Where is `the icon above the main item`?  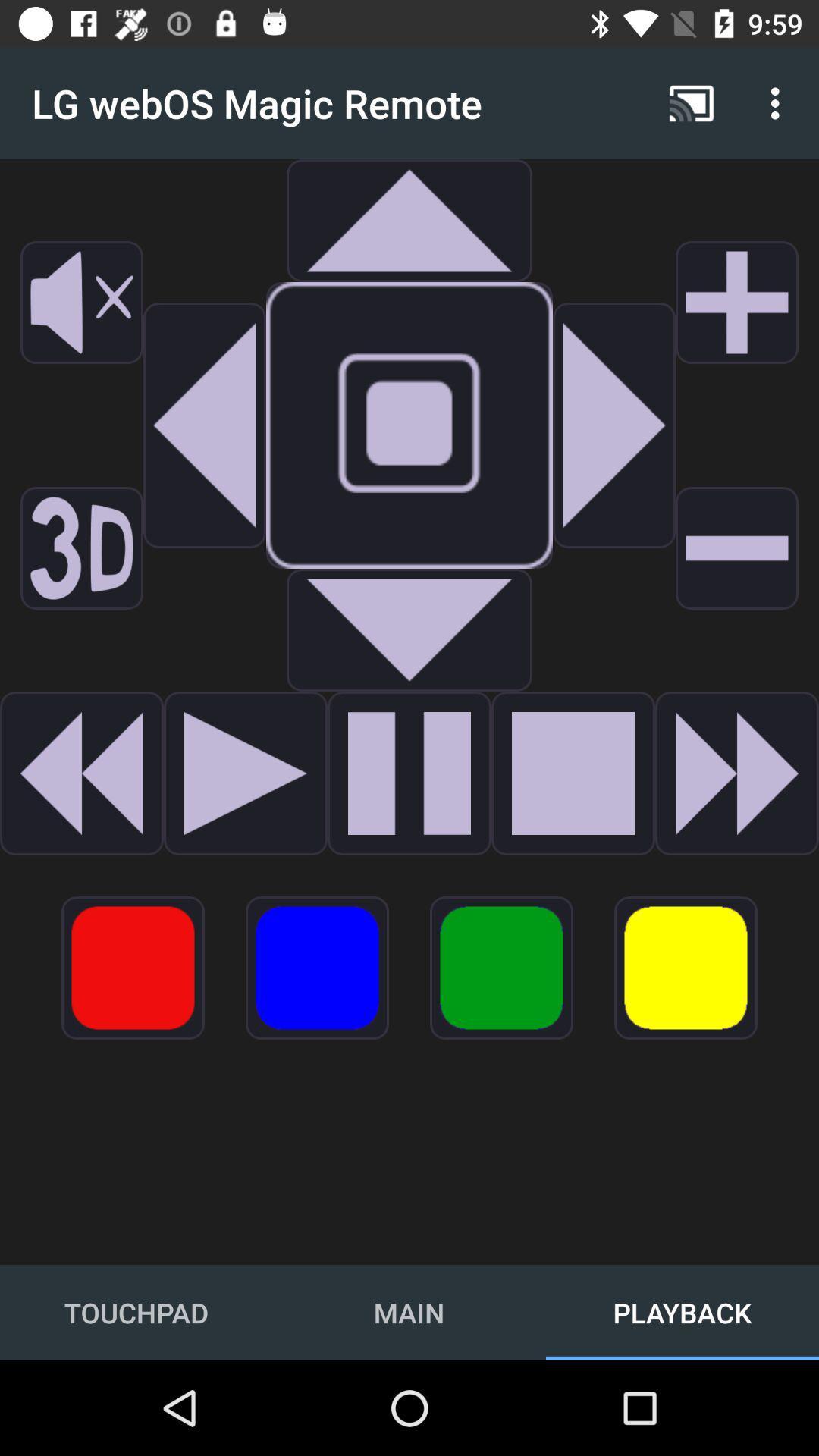 the icon above the main item is located at coordinates (316, 967).